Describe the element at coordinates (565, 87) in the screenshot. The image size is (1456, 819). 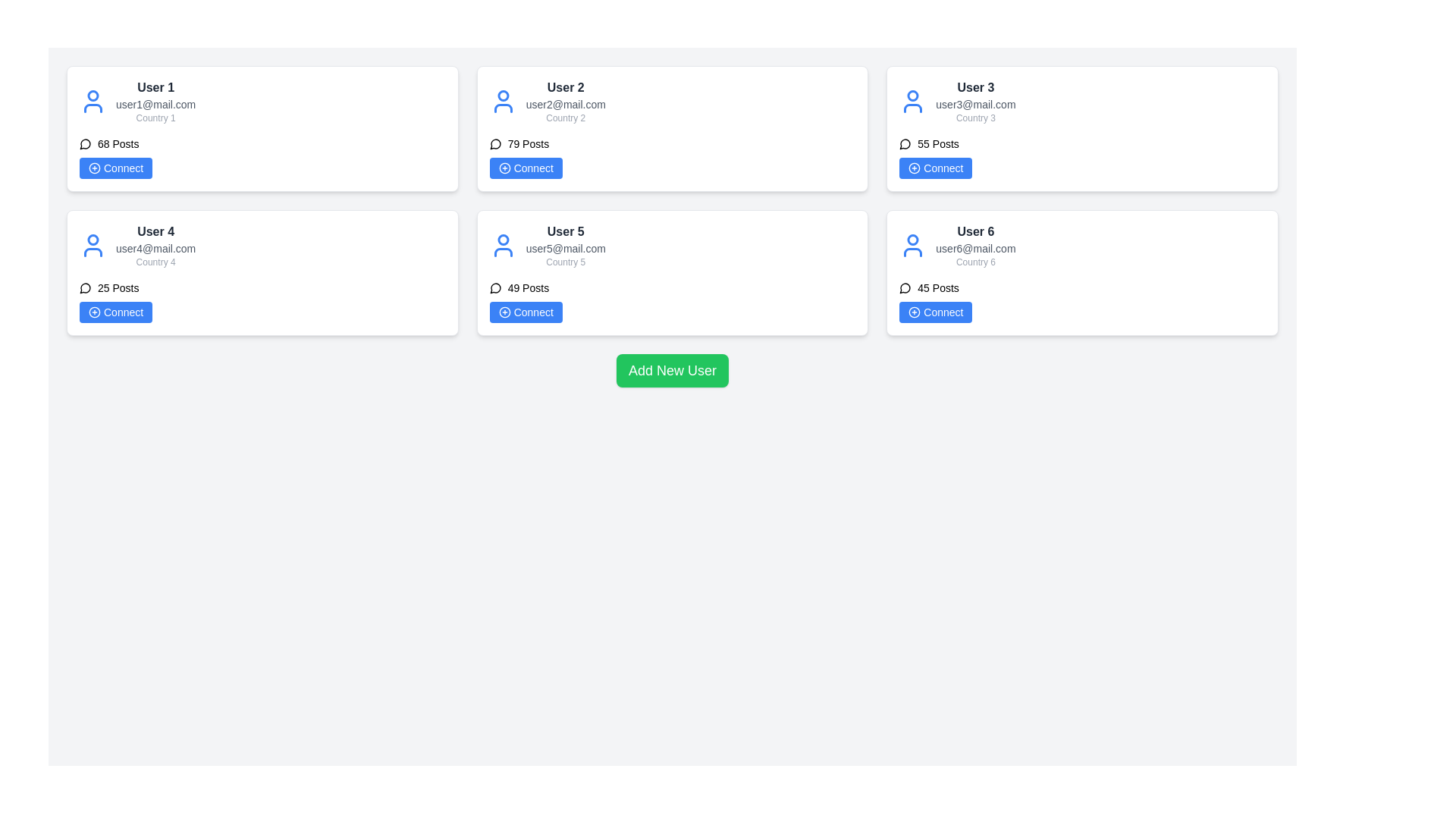
I see `the 'User 2' text label, which is displayed in bold dark gray` at that location.